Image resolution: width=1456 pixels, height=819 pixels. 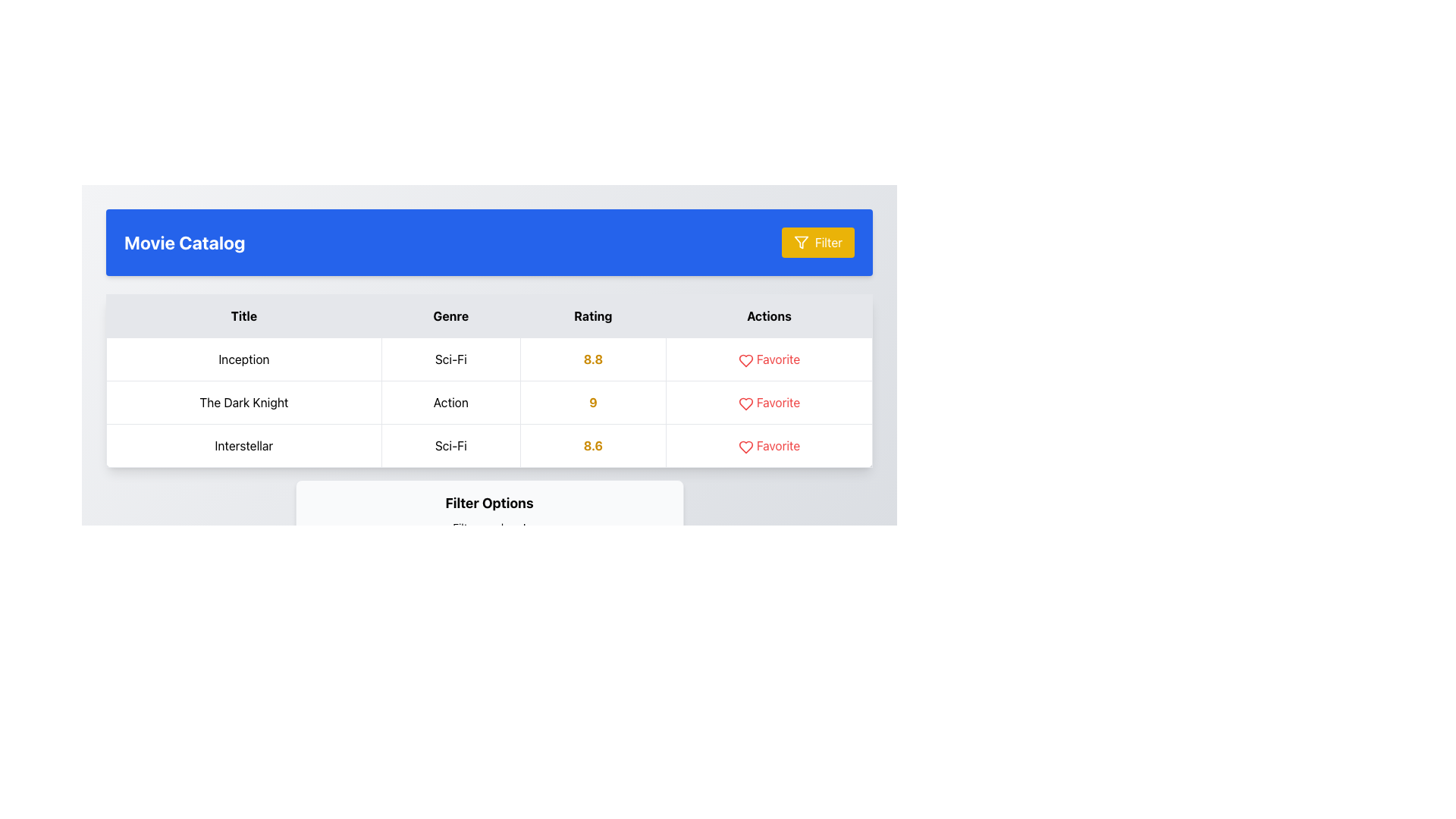 What do you see at coordinates (769, 444) in the screenshot?
I see `the 'Favorite' button with a red heart icon in the 'Actions' column of the 'Interstellar' row` at bounding box center [769, 444].